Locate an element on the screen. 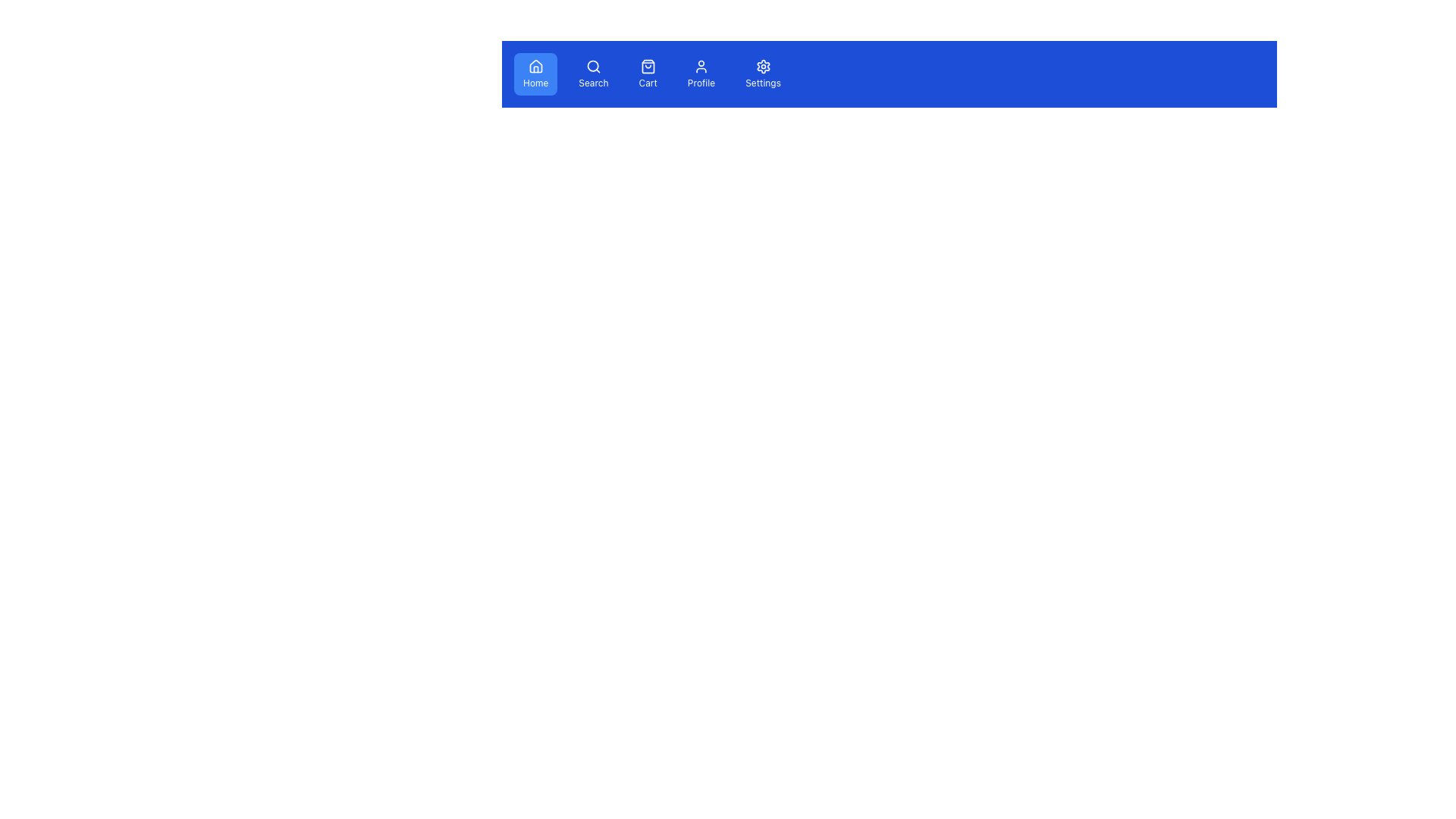  the 'Profile' text label in the navigation bar, which assists users in identifying the purpose of the corresponding icon is located at coordinates (701, 83).